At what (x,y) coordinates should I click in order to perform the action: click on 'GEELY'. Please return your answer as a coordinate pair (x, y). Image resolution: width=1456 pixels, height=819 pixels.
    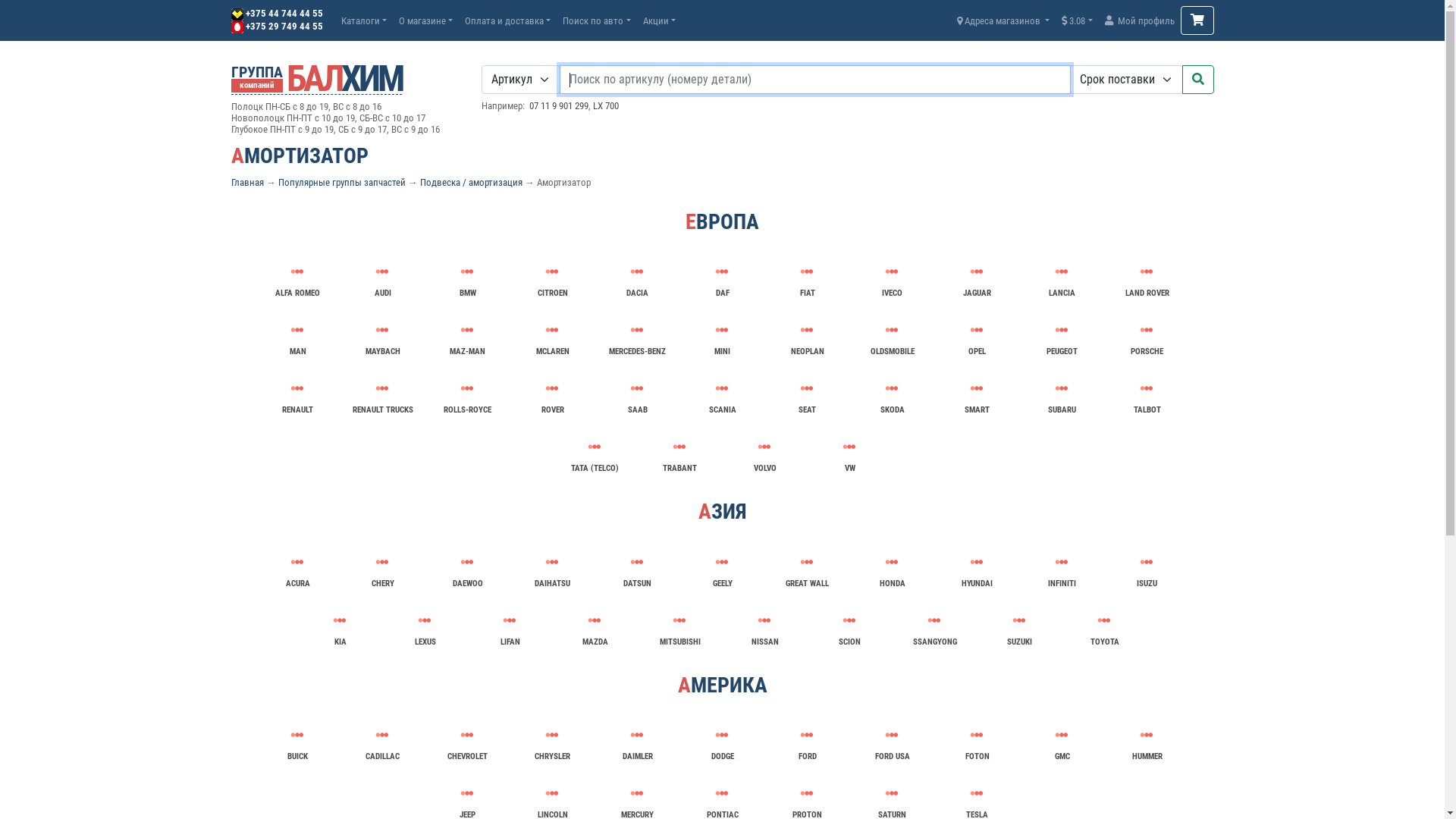
    Looking at the image, I should click on (720, 561).